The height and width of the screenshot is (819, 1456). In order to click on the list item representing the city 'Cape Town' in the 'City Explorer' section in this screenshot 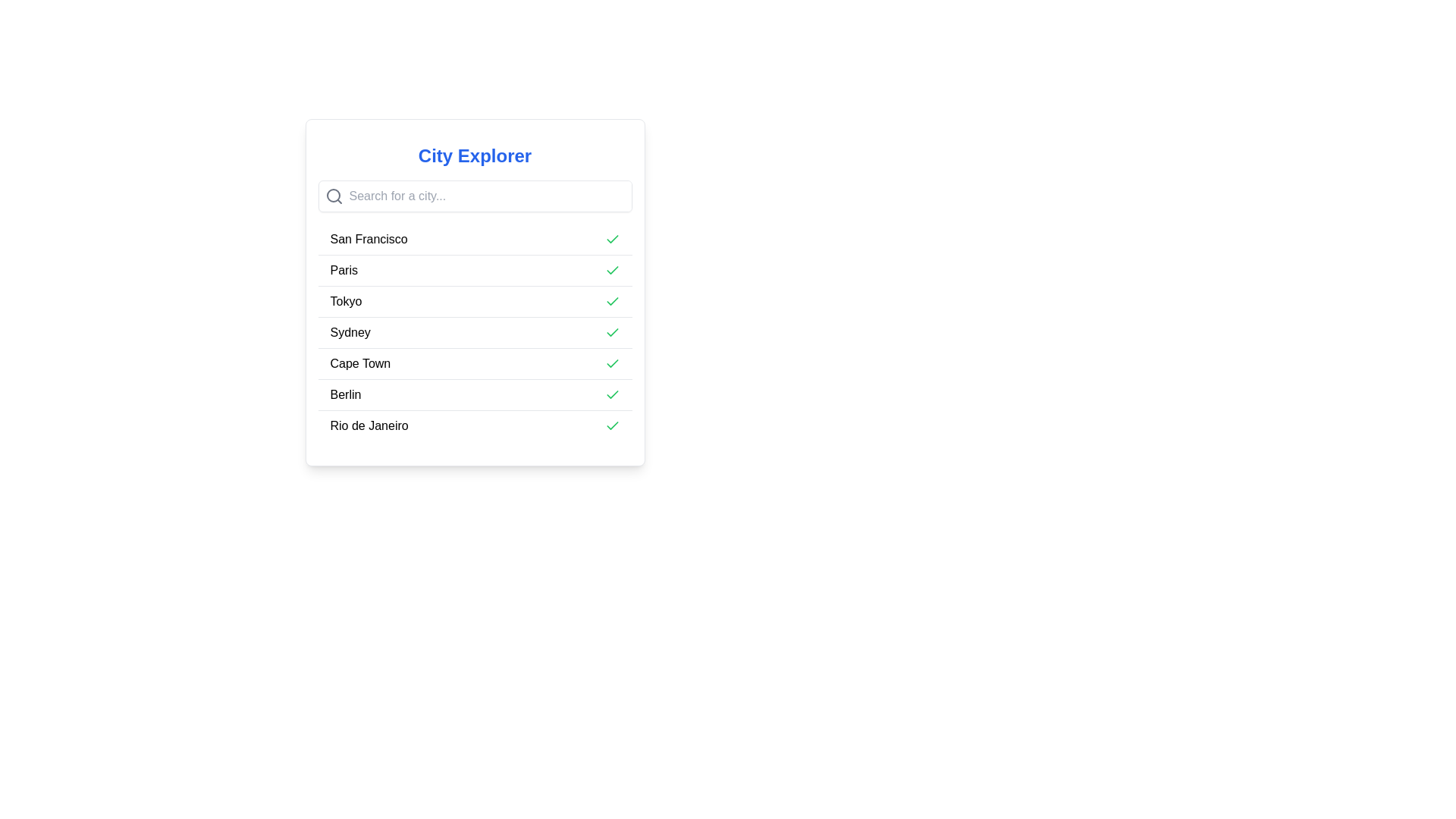, I will do `click(474, 363)`.